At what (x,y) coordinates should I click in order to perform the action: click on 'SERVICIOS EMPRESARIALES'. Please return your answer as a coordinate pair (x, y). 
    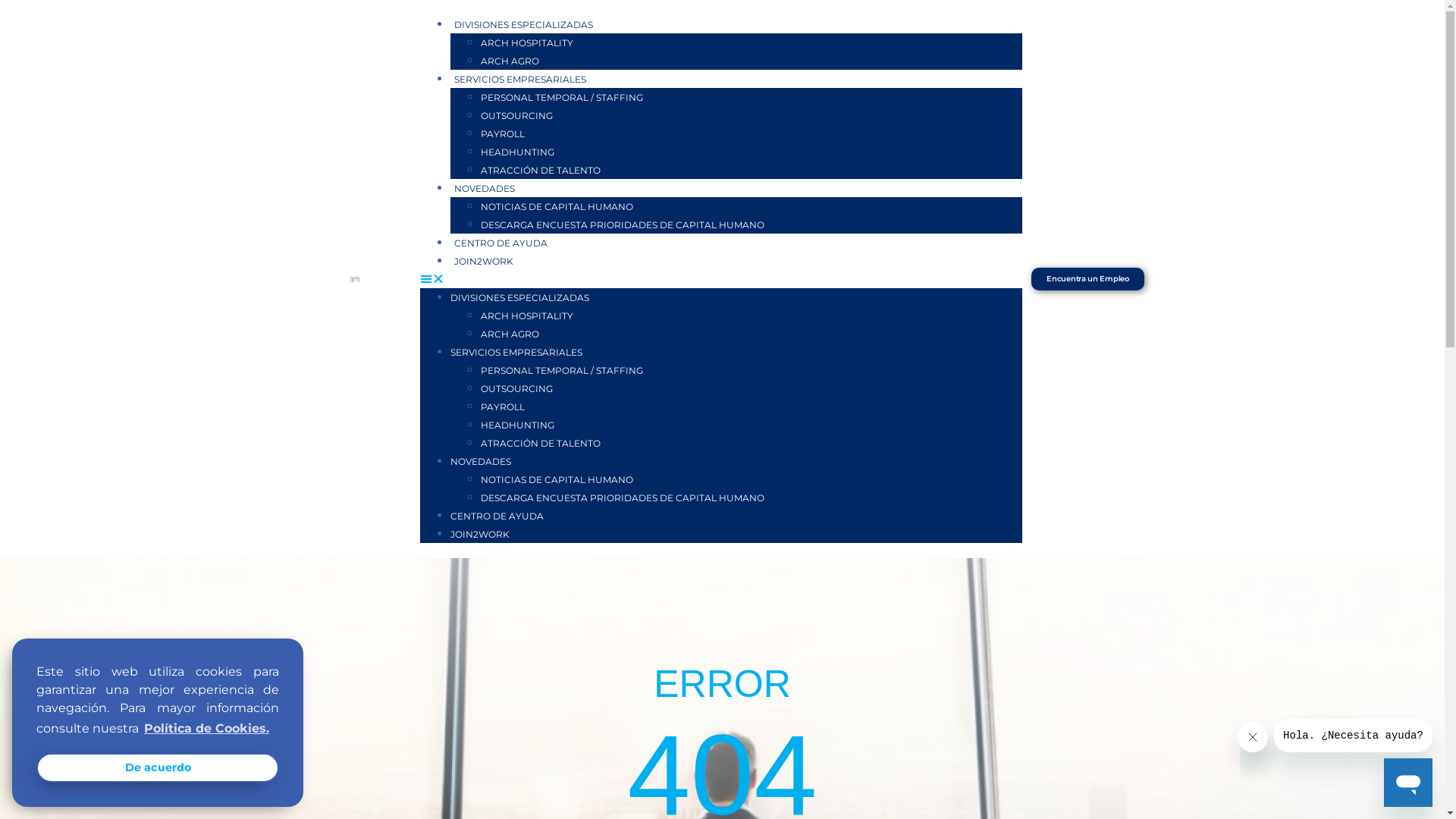
    Looking at the image, I should click on (520, 79).